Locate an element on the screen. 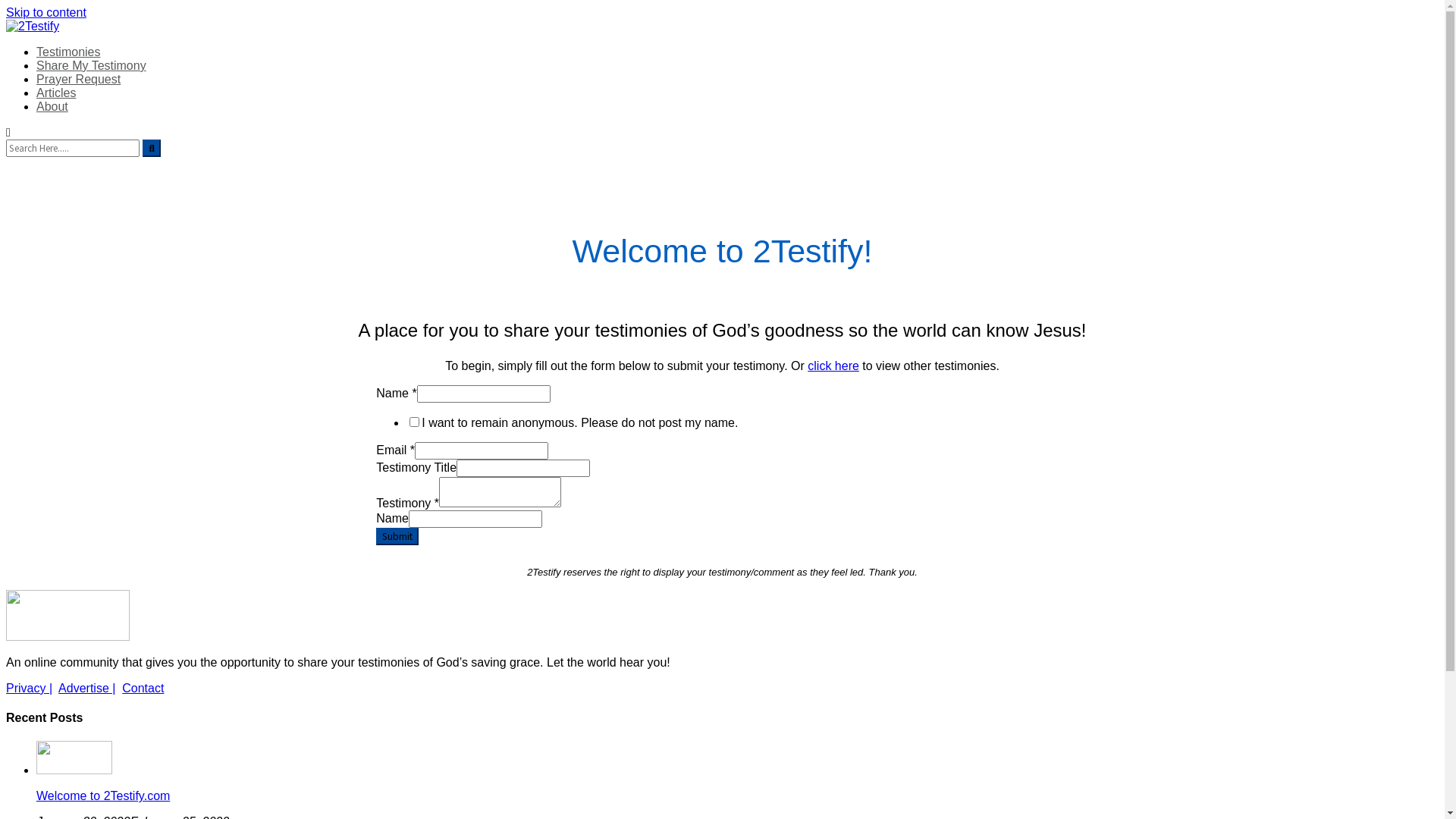  'Contact' is located at coordinates (143, 688).